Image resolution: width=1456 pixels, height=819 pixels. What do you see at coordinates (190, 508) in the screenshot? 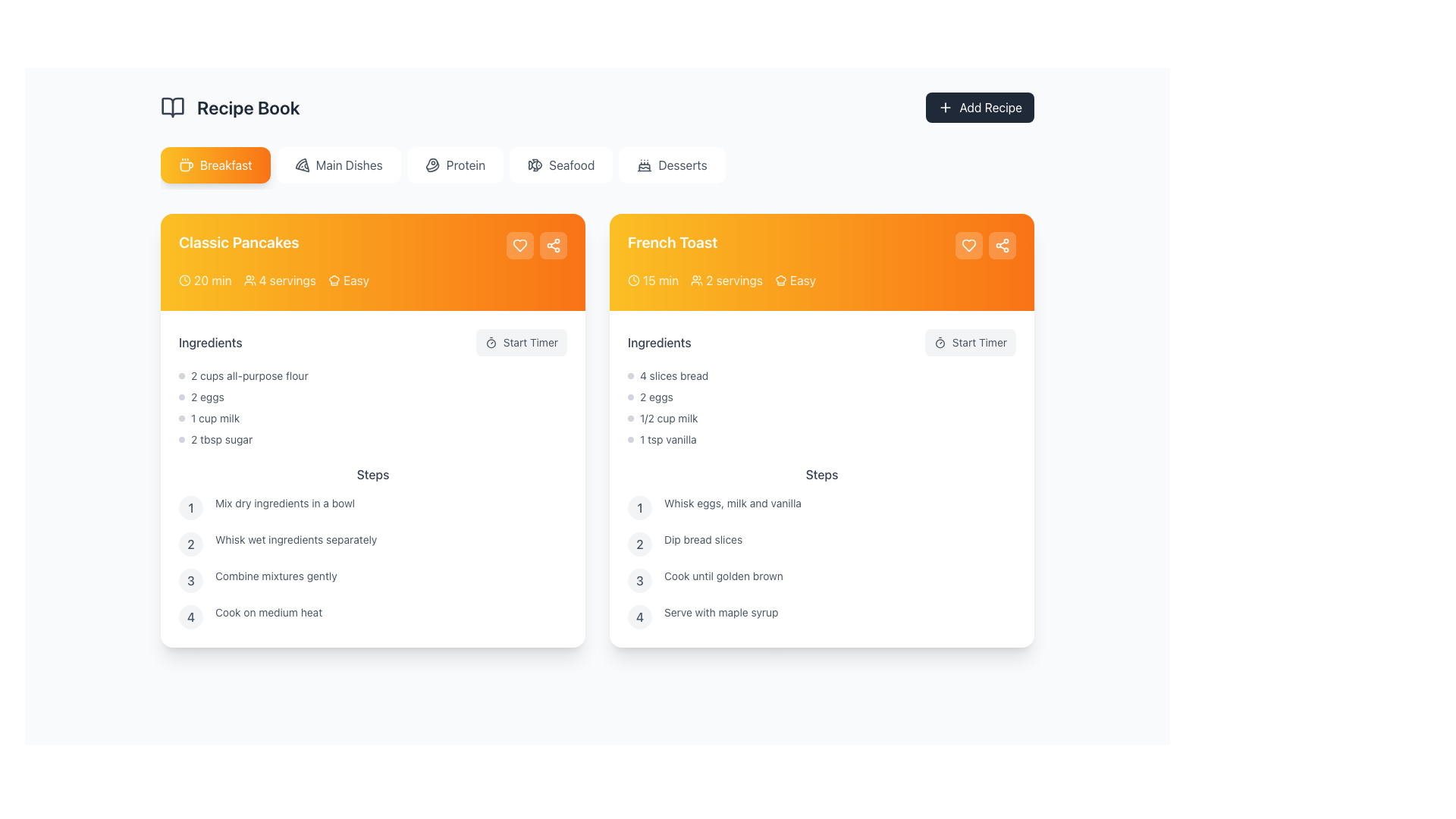
I see `the numeral '1' within the light gray circular background in the 'Steps' section of the 'Classic Pancakes' recipe card` at bounding box center [190, 508].